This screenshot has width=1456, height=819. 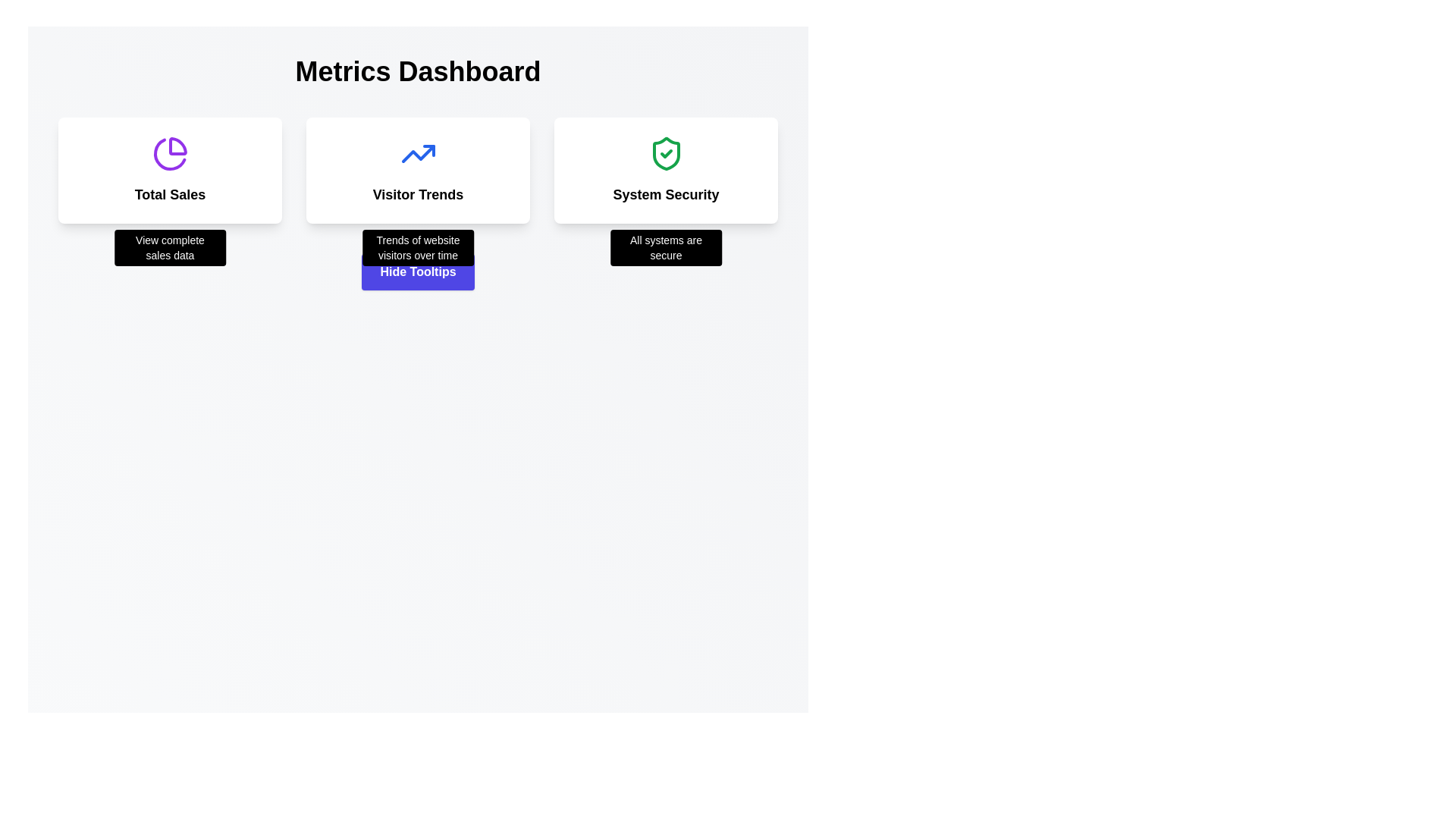 What do you see at coordinates (170, 154) in the screenshot?
I see `the 'Total Sales' icon located in the first card from the left, which represents data insights or metrics, and is centrally aligned above the text 'Total Sales'` at bounding box center [170, 154].